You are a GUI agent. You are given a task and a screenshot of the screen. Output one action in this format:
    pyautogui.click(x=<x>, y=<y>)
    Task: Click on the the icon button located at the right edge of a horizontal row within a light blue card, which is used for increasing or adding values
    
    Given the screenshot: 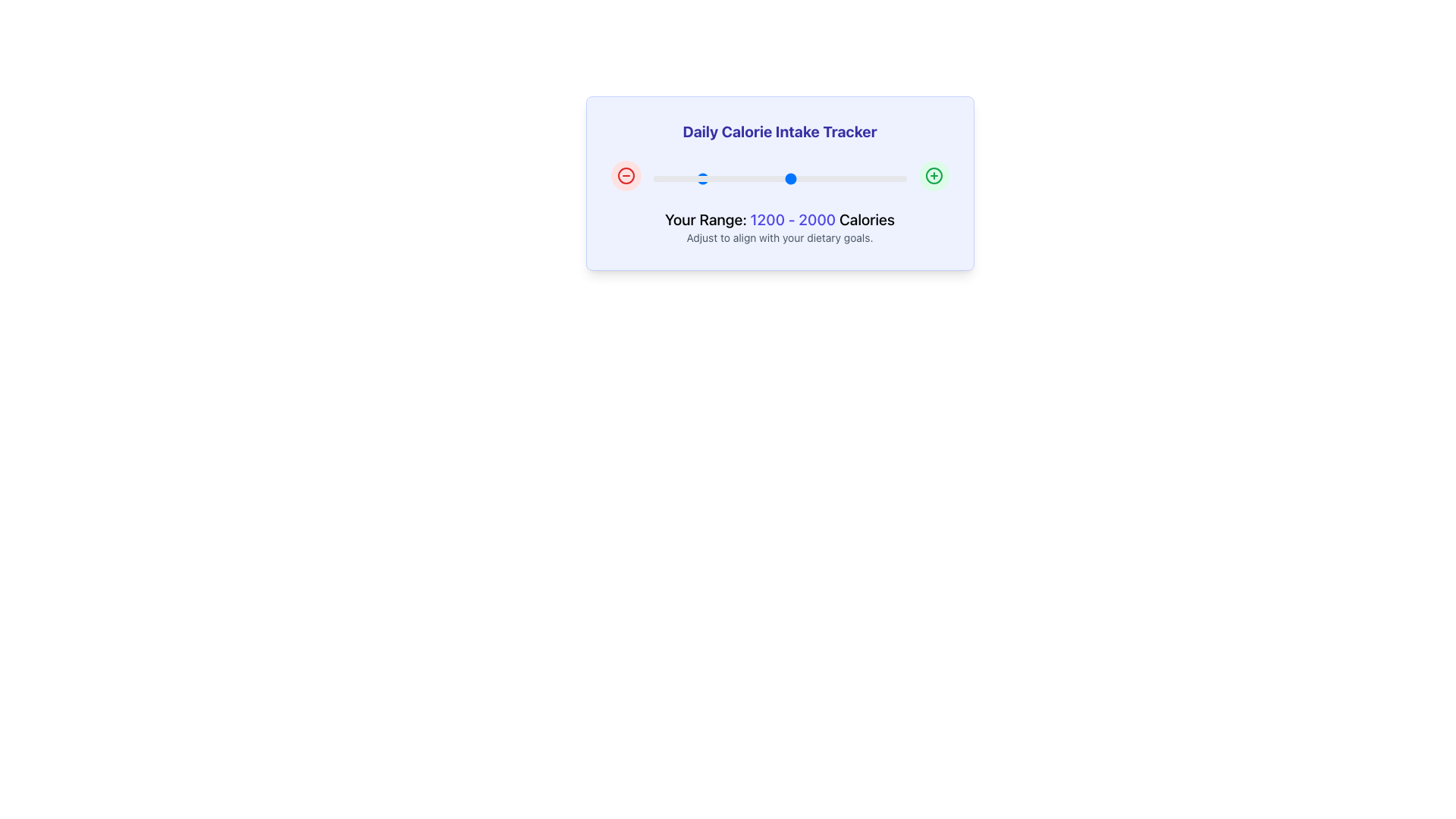 What is the action you would take?
    pyautogui.click(x=933, y=174)
    